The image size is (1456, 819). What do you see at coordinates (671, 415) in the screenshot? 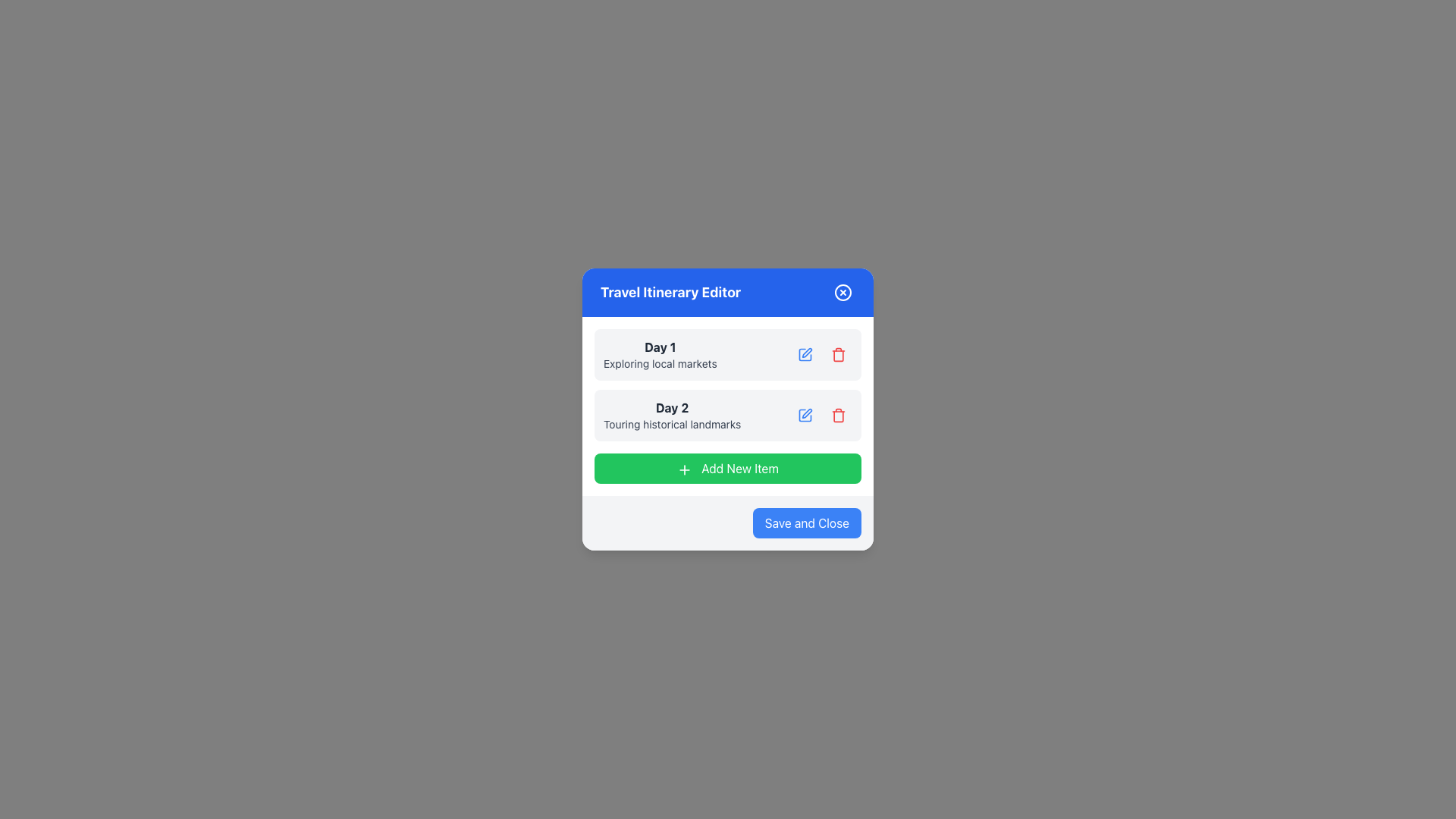
I see `the second itinerary entry label under 'Travel Itinerary Editor', which provides the day number and activity description, located between 'Day 1' and the '+ Add New Item' button` at bounding box center [671, 415].